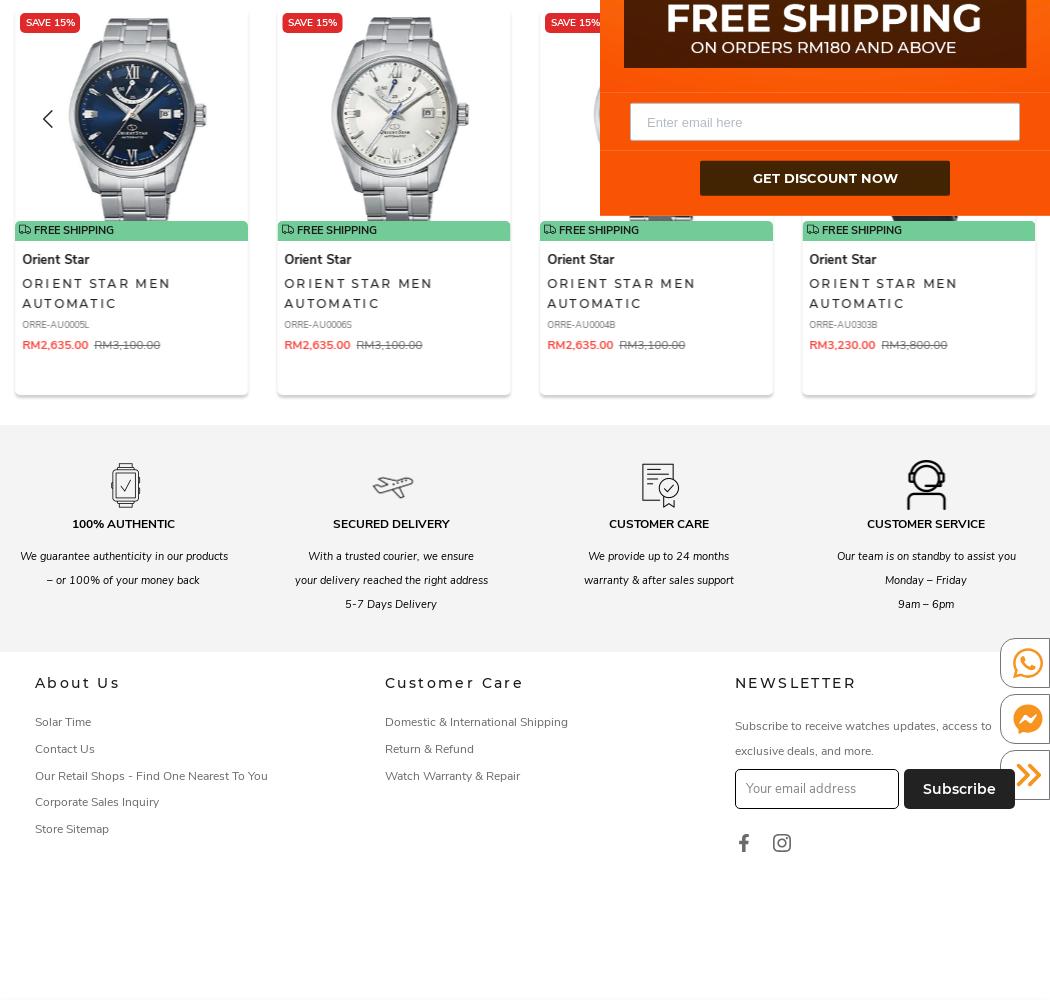 The image size is (1050, 1000). What do you see at coordinates (62, 720) in the screenshot?
I see `'Solar Time'` at bounding box center [62, 720].